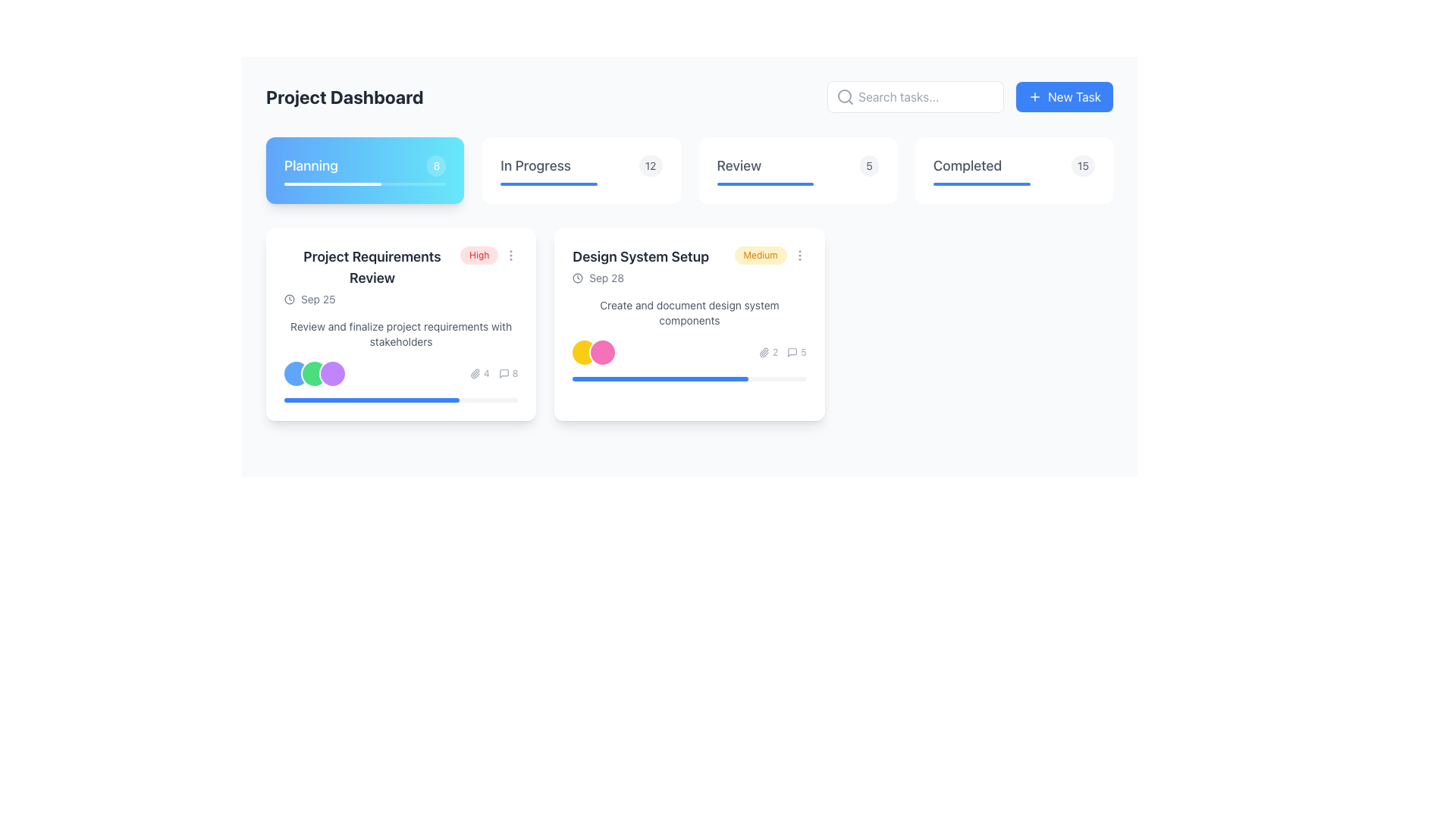 This screenshot has width=1456, height=819. Describe the element at coordinates (1073, 96) in the screenshot. I see `the text label within the 'New Task' button` at that location.